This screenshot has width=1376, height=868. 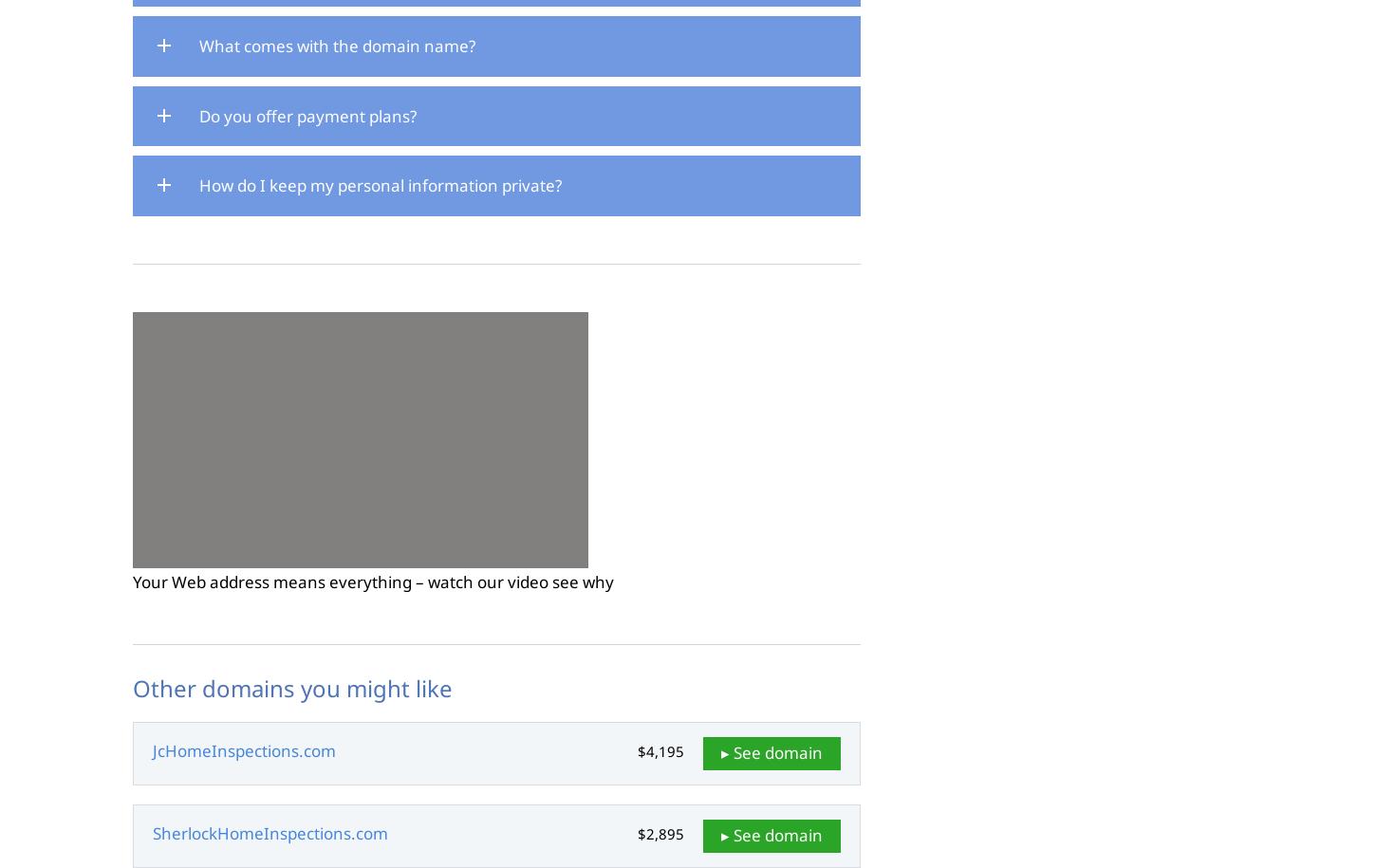 I want to click on '$4,195', so click(x=636, y=750).